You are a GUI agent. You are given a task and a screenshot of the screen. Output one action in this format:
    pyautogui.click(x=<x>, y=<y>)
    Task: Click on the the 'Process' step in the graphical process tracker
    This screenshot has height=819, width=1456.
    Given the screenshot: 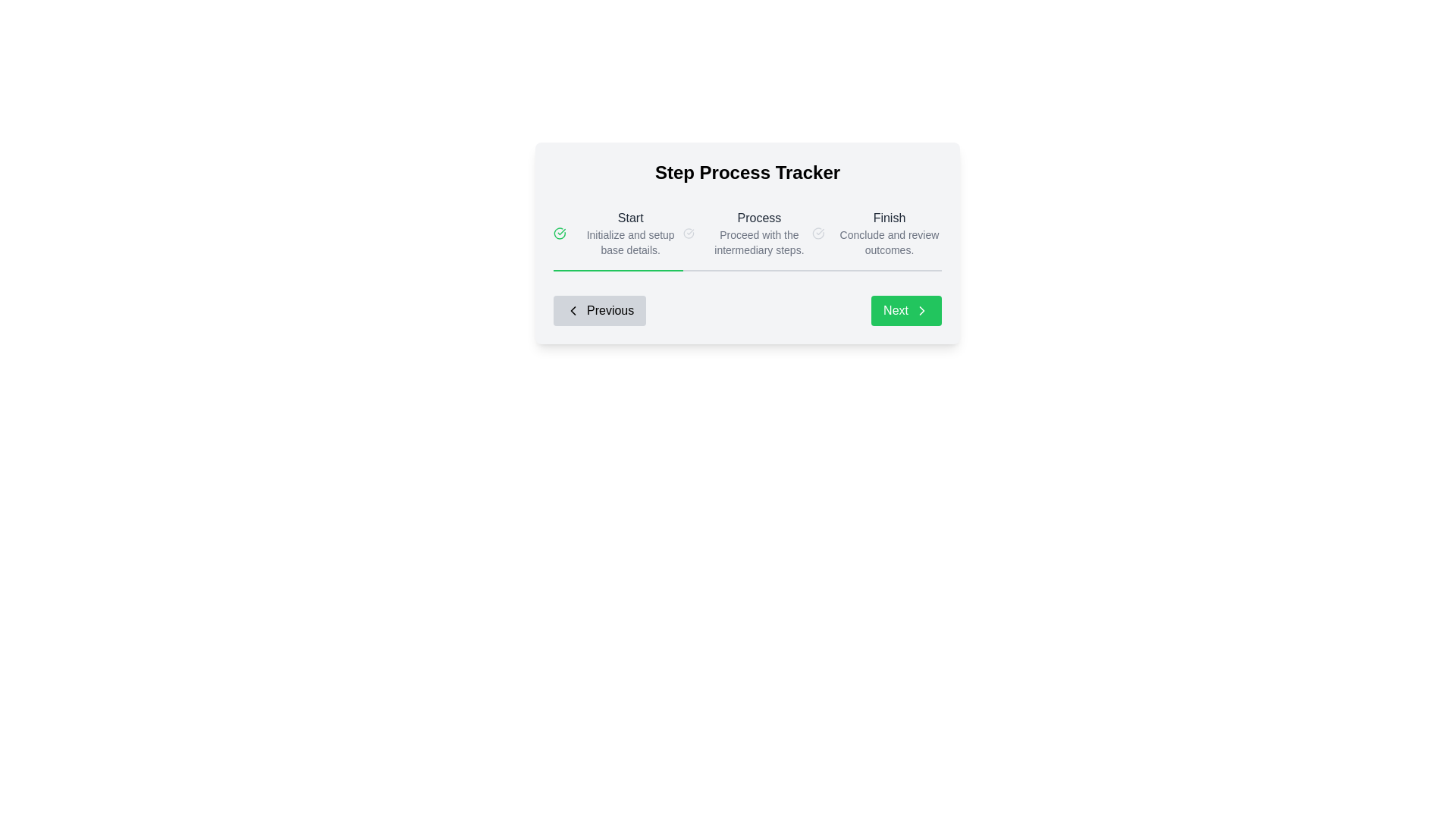 What is the action you would take?
    pyautogui.click(x=747, y=242)
    